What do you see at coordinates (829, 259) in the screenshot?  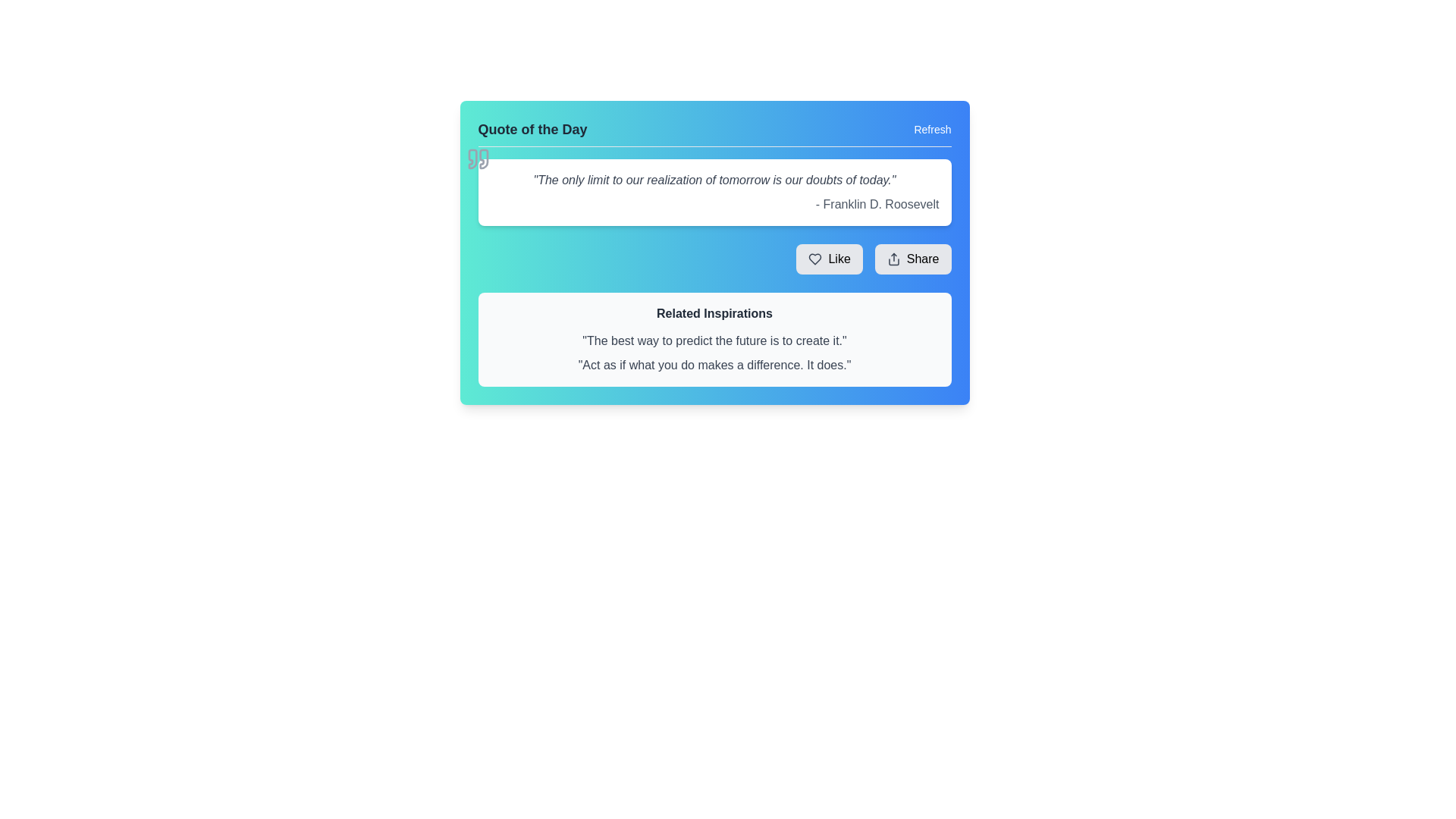 I see `the 'Like' button located at the bottom right of the card, which is the first button in the row and to the left of the 'Share' button, to express approval for the displayed content` at bounding box center [829, 259].